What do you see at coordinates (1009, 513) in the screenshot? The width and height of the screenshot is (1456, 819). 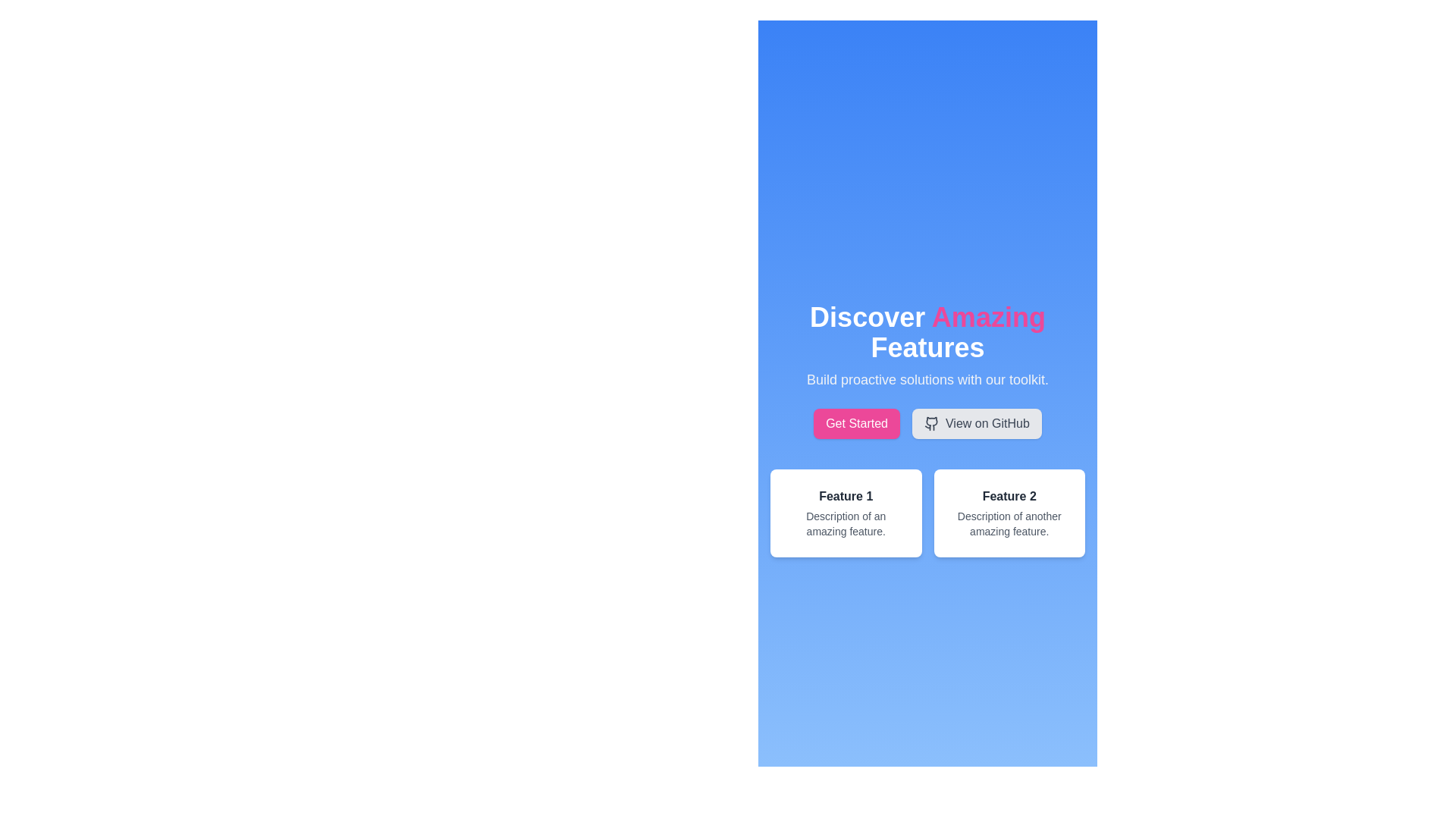 I see `the descriptive card for 'Feature 2', which is the second card in a two-column grid under 'Discover Amazing Features'` at bounding box center [1009, 513].